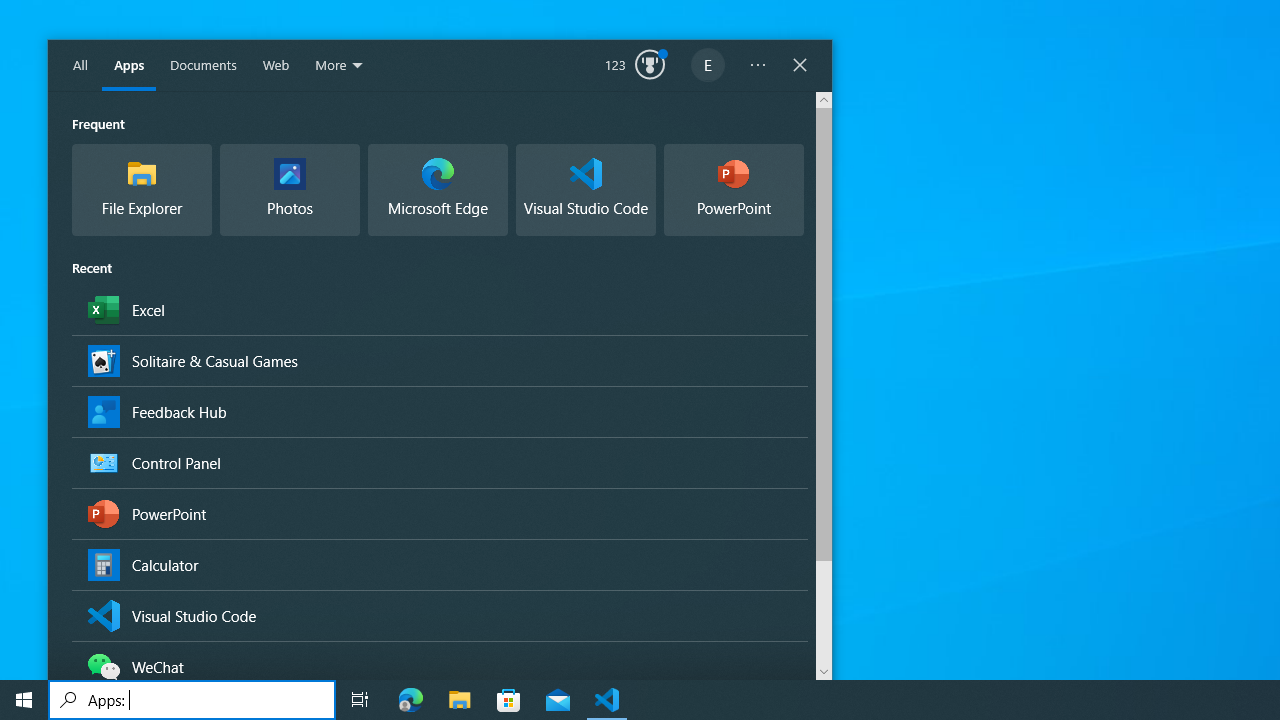  What do you see at coordinates (288, 190) in the screenshot?
I see `'Photos, App'` at bounding box center [288, 190].